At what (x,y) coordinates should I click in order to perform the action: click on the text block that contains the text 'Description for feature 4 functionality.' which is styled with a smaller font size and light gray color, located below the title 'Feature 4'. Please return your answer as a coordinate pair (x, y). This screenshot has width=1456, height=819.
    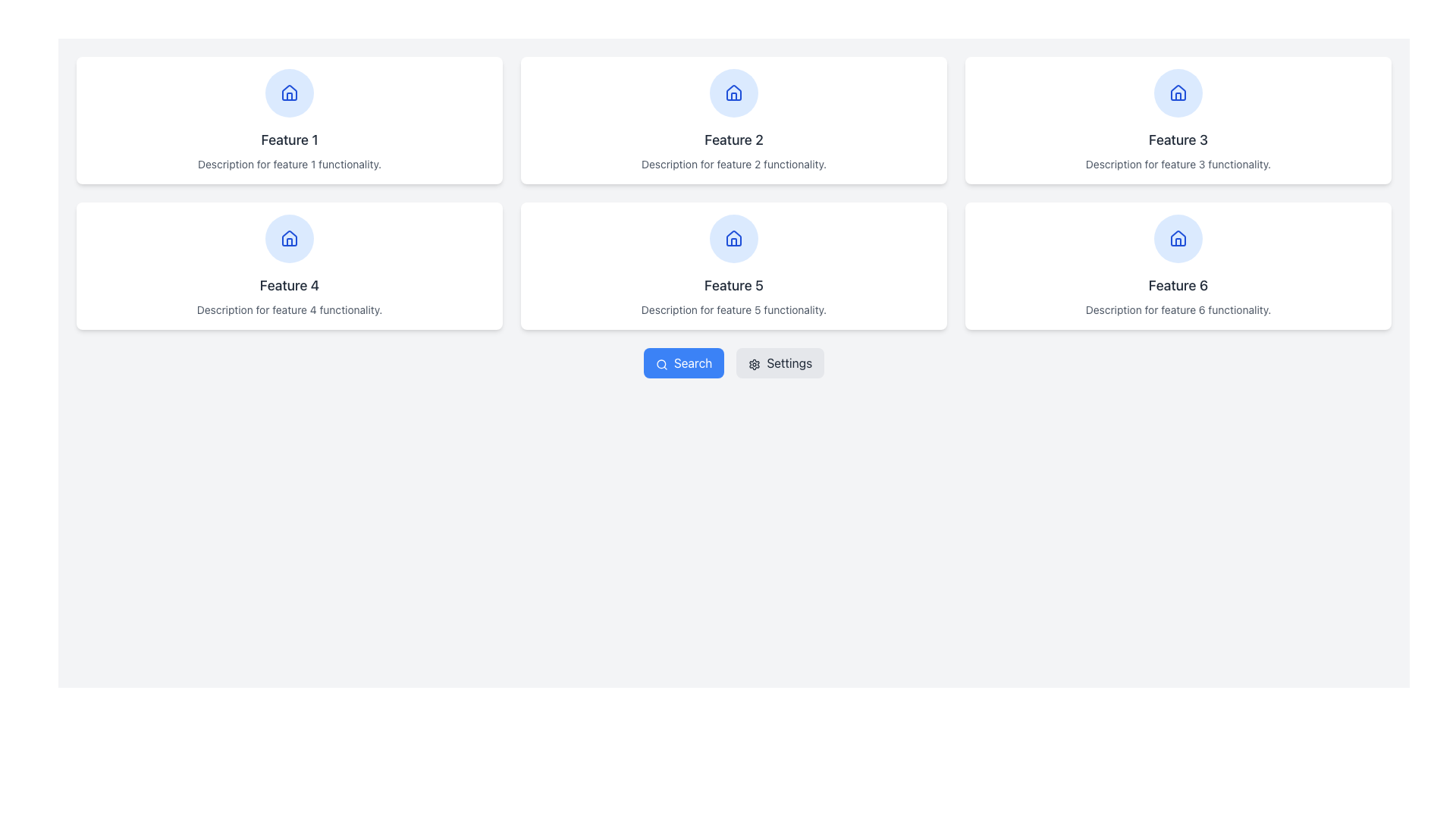
    Looking at the image, I should click on (290, 309).